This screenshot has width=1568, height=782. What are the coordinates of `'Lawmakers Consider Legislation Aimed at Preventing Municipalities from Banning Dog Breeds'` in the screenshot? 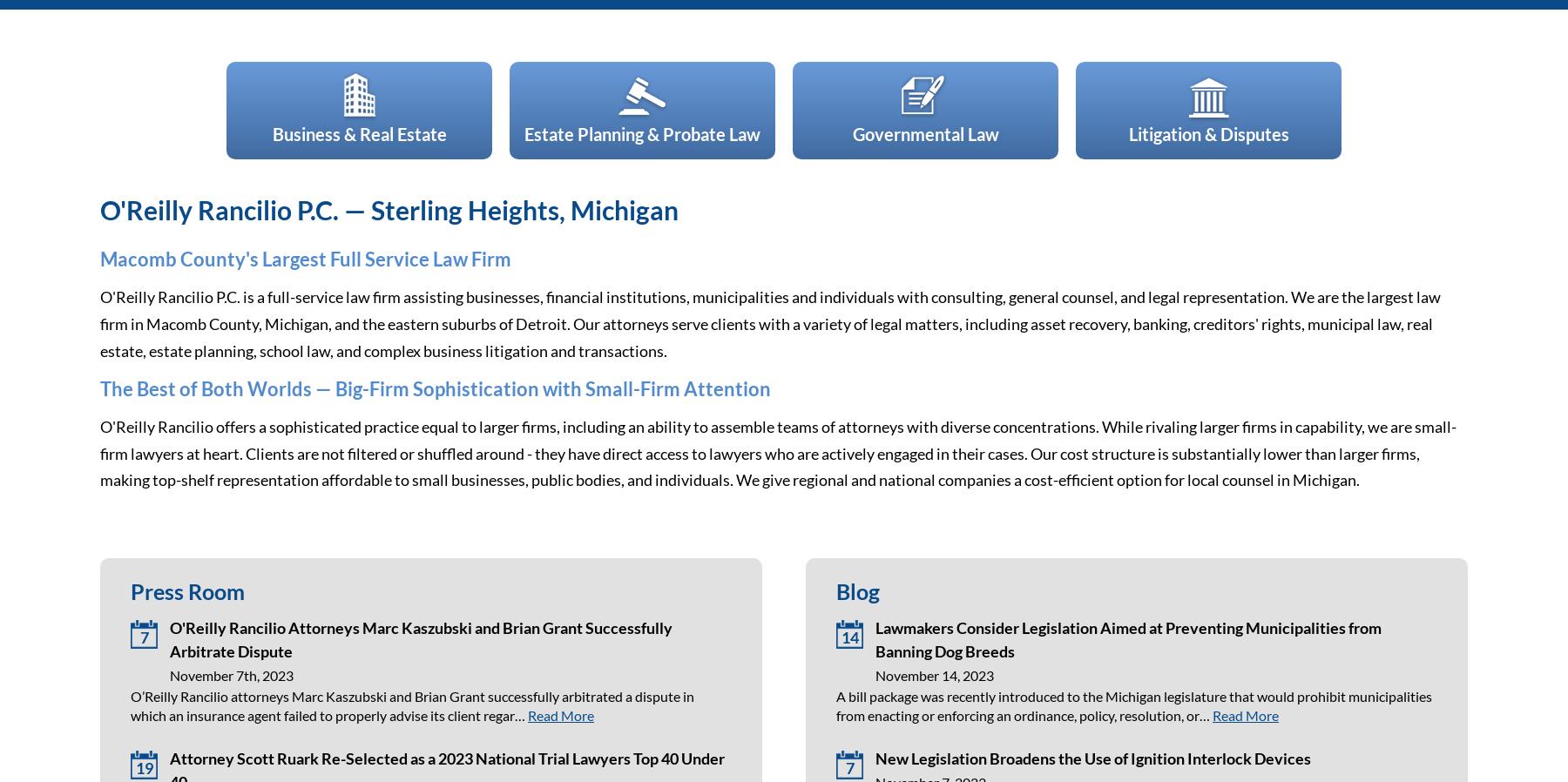 It's located at (874, 638).